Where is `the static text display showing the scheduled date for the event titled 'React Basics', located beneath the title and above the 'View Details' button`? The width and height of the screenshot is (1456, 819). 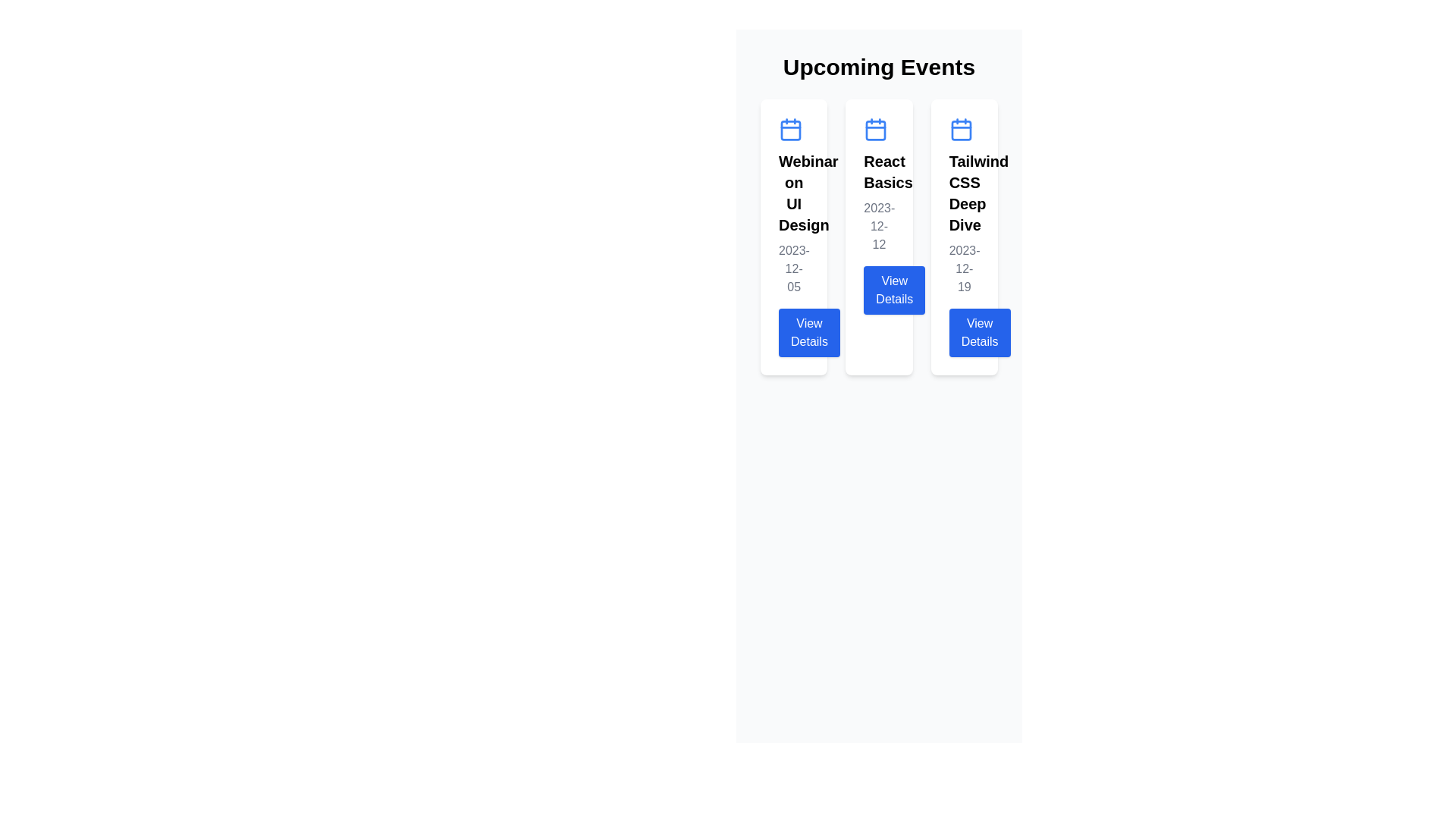 the static text display showing the scheduled date for the event titled 'React Basics', located beneath the title and above the 'View Details' button is located at coordinates (879, 227).